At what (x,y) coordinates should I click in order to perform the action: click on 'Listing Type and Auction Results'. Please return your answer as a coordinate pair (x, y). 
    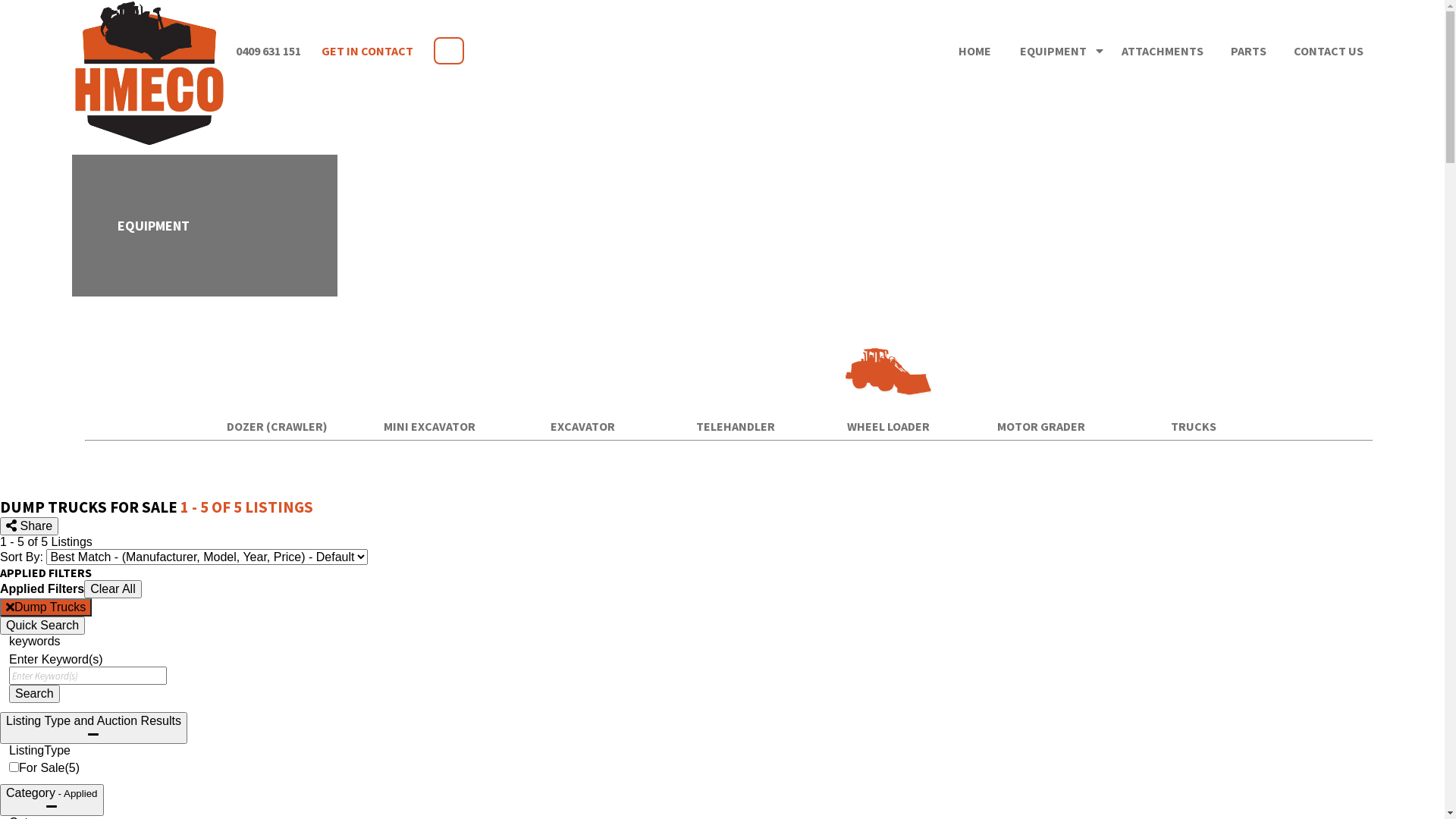
    Looking at the image, I should click on (93, 727).